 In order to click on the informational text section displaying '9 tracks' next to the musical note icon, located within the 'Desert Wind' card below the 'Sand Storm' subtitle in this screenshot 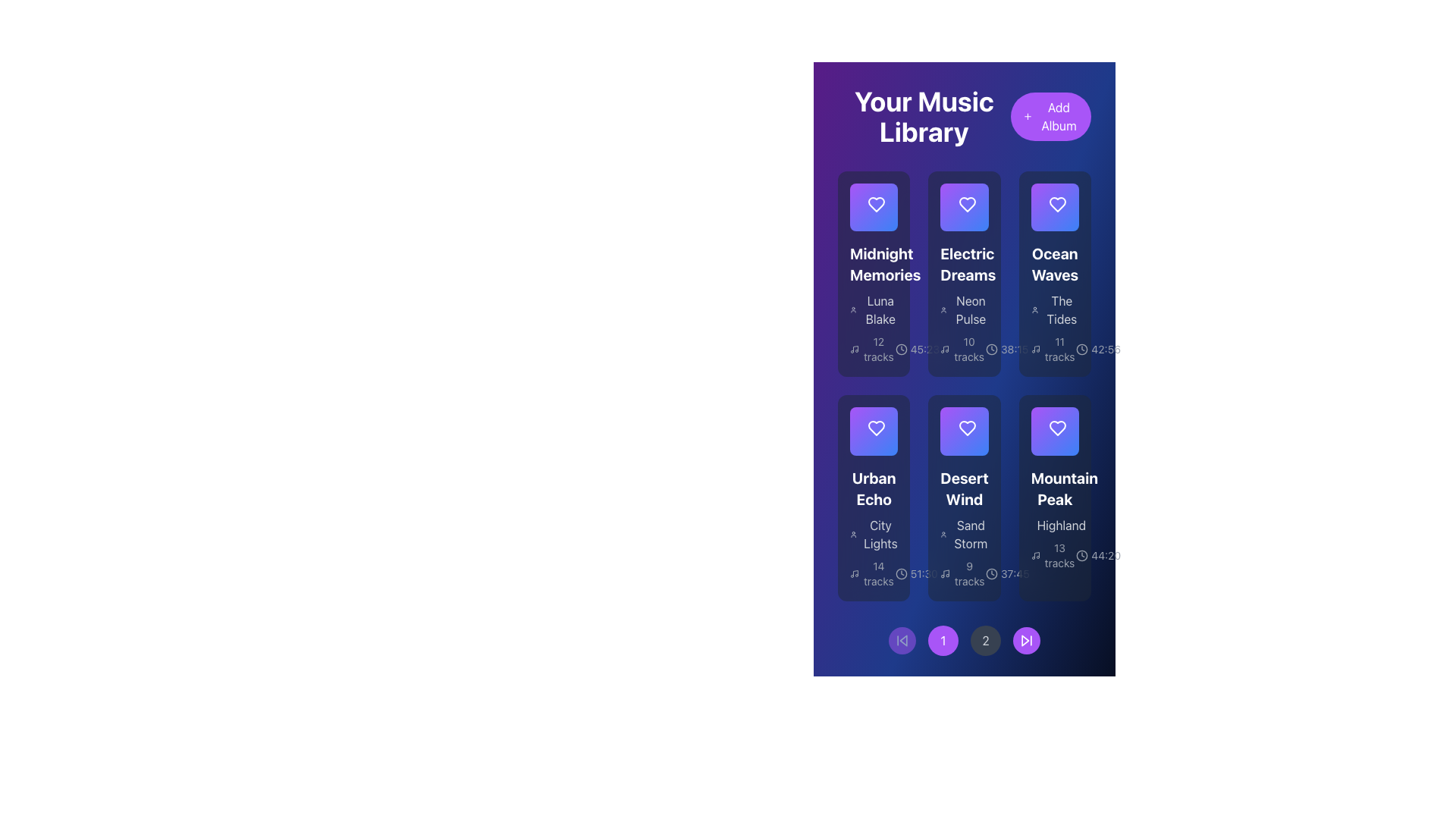, I will do `click(962, 573)`.